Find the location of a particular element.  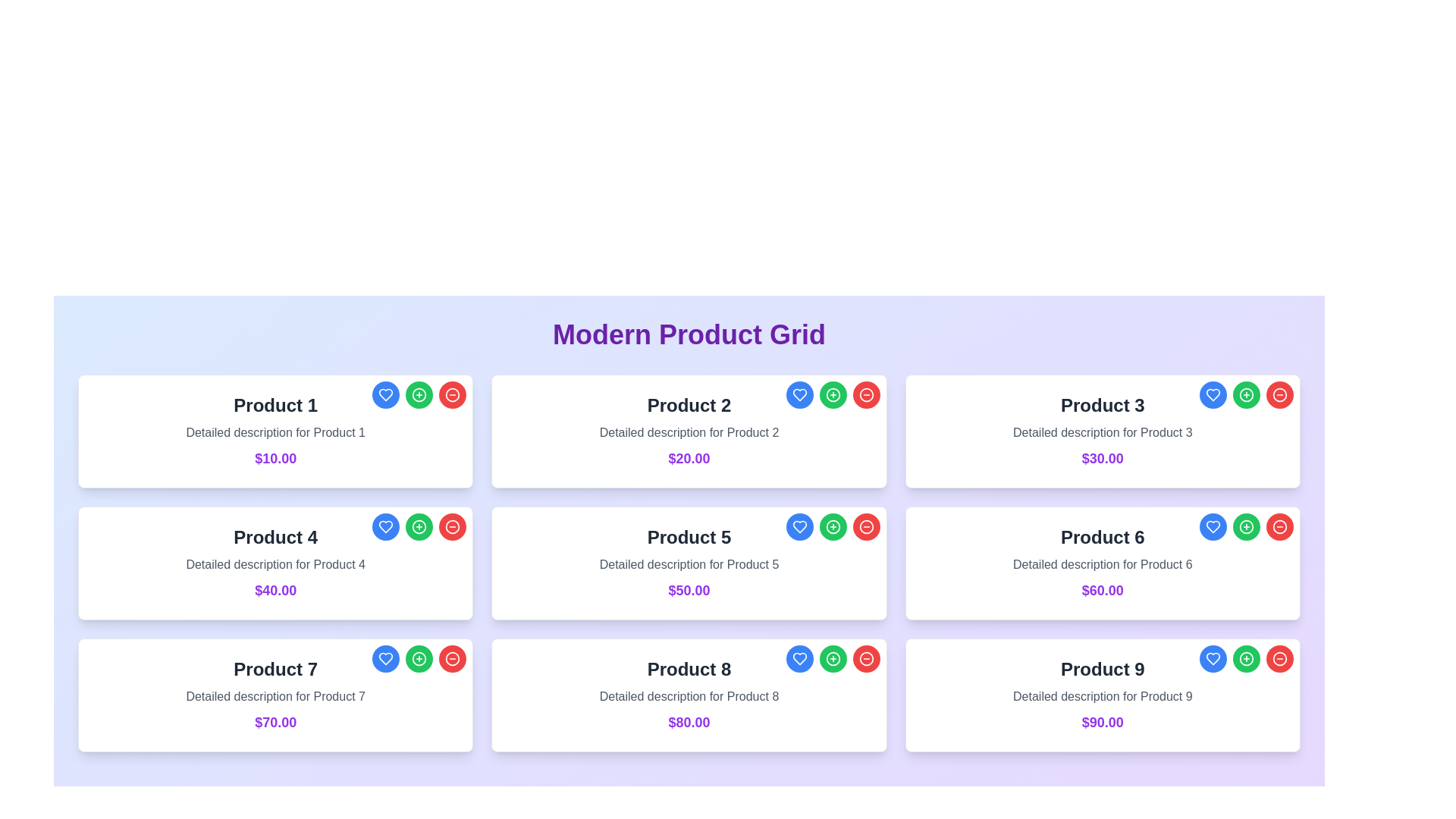

the red 'minus' icon representing the 'remove' action, located as the third icon from the left in a horizontal group on the right side of the product card in the second row and third column of the grid is located at coordinates (452, 526).